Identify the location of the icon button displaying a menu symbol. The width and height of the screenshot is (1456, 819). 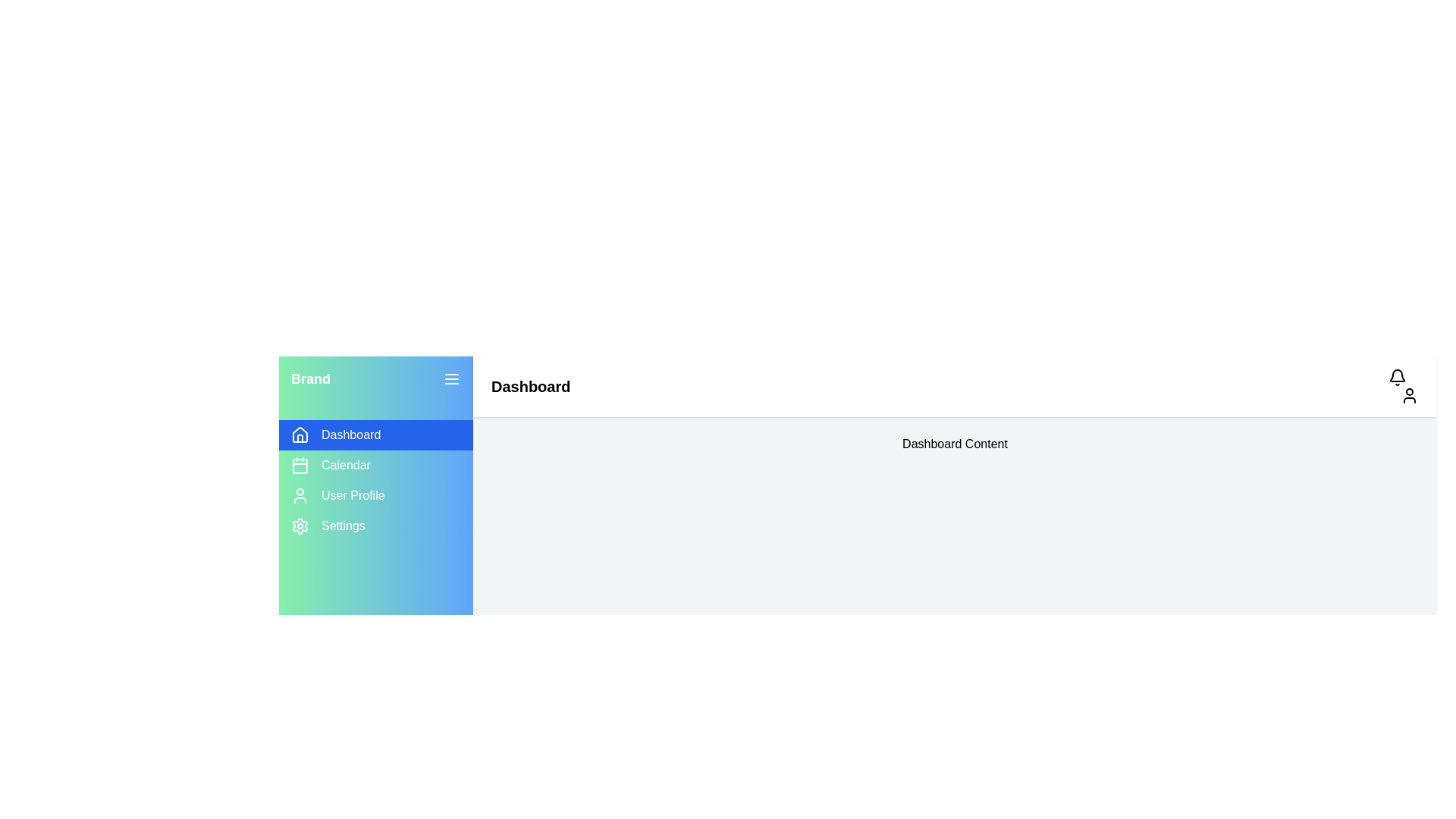
(450, 378).